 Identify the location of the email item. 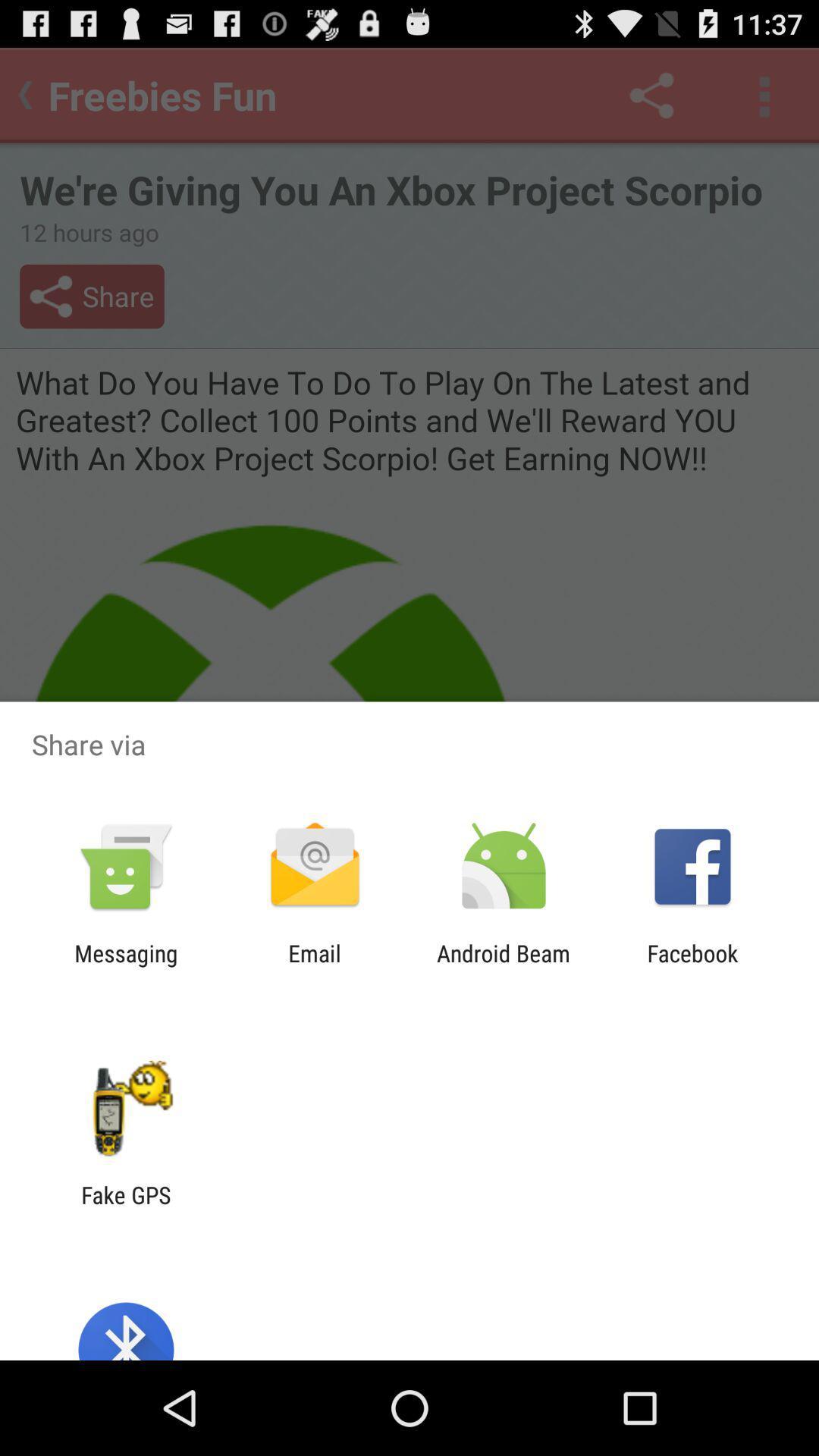
(314, 966).